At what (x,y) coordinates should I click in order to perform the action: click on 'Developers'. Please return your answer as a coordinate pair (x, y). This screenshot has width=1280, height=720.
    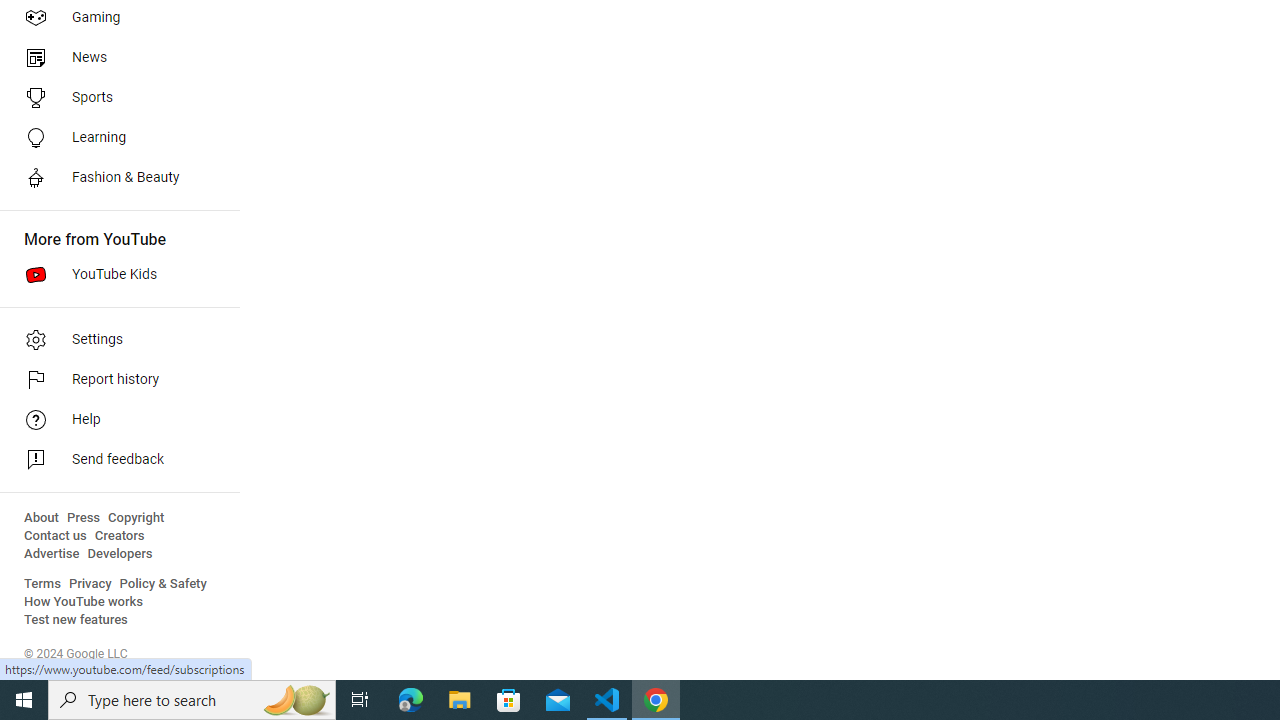
    Looking at the image, I should click on (119, 554).